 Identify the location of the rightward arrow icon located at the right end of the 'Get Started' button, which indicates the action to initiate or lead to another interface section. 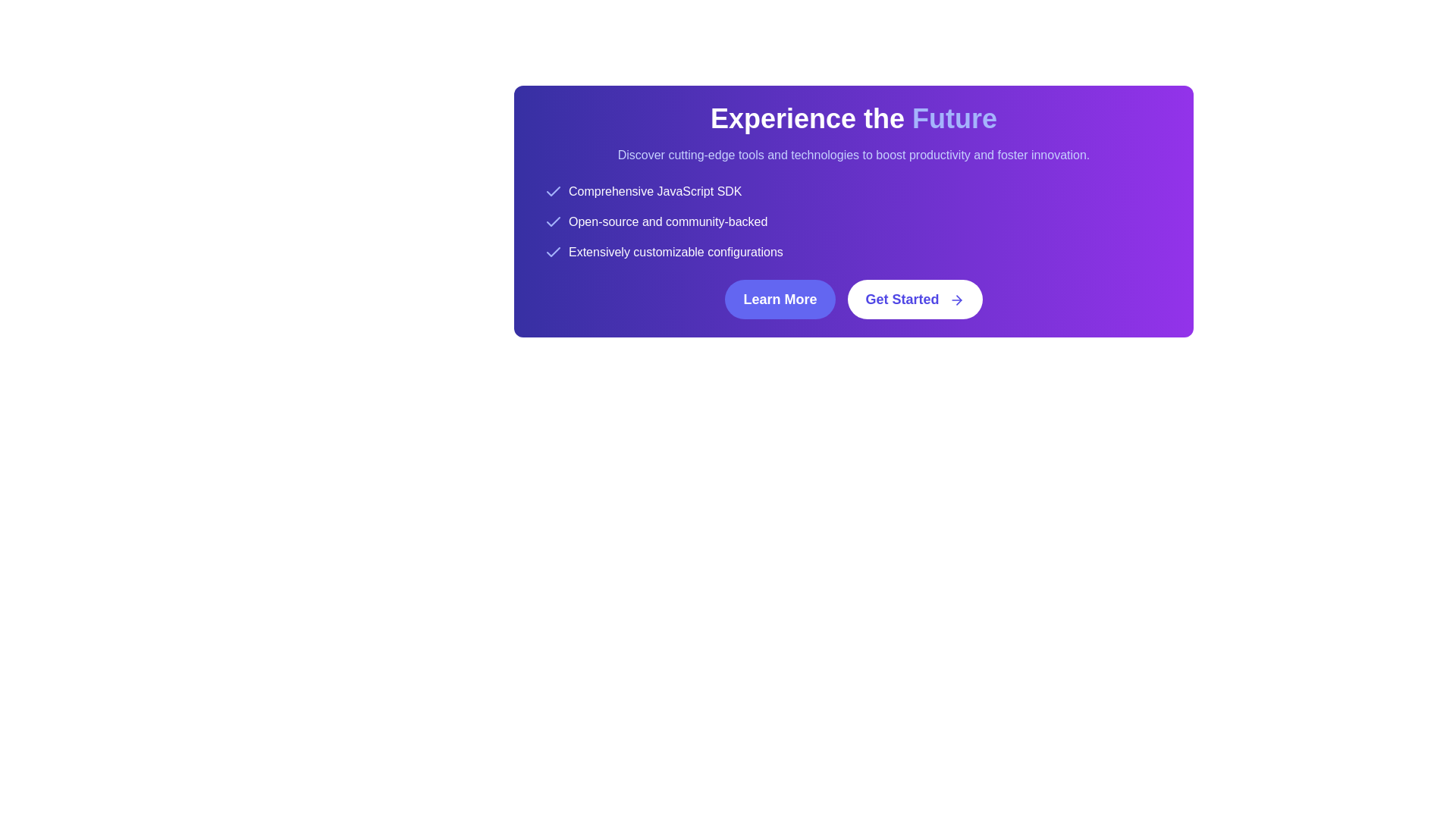
(955, 300).